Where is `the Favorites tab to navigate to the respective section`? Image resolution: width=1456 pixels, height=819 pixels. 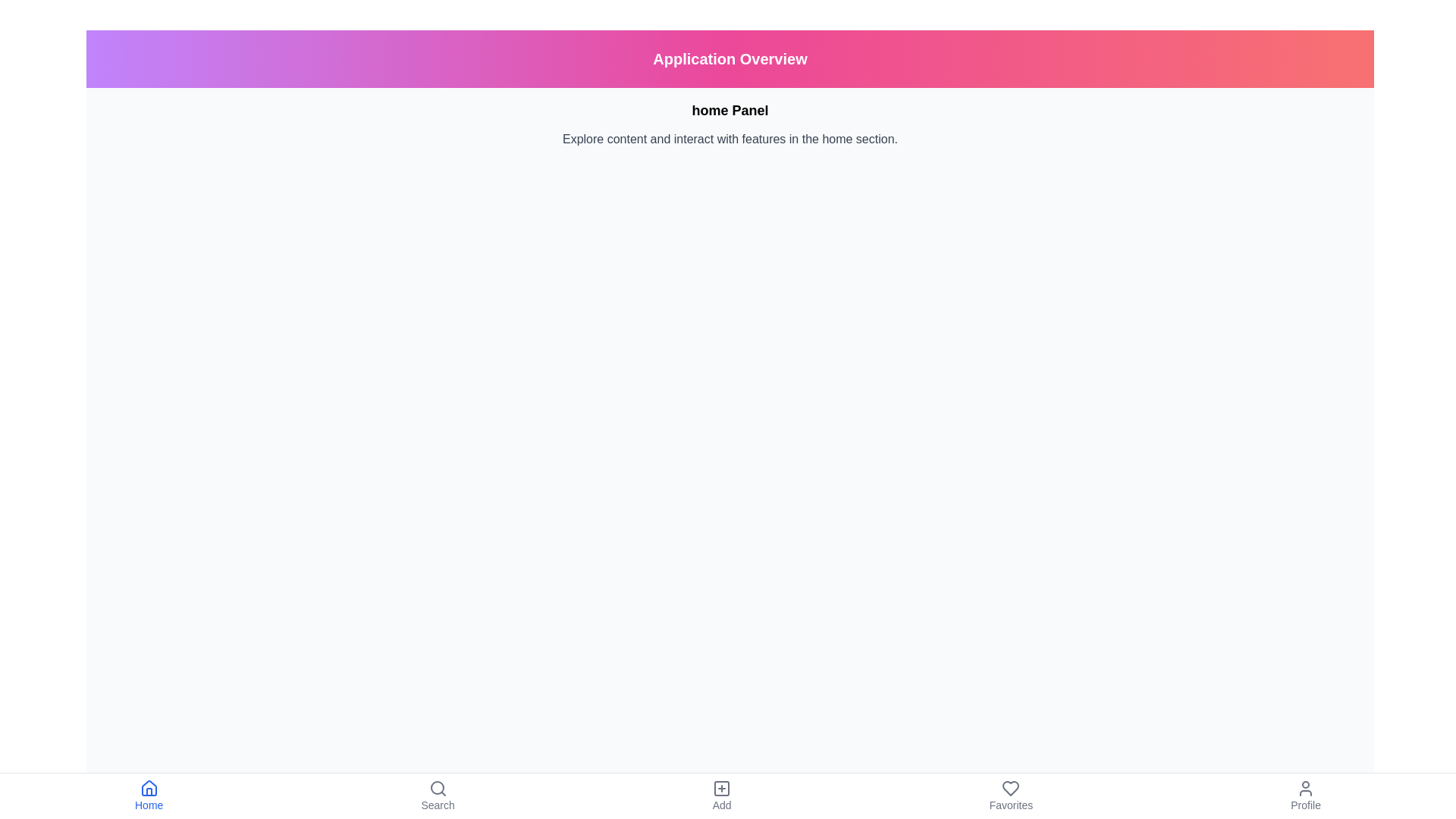 the Favorites tab to navigate to the respective section is located at coordinates (1011, 795).